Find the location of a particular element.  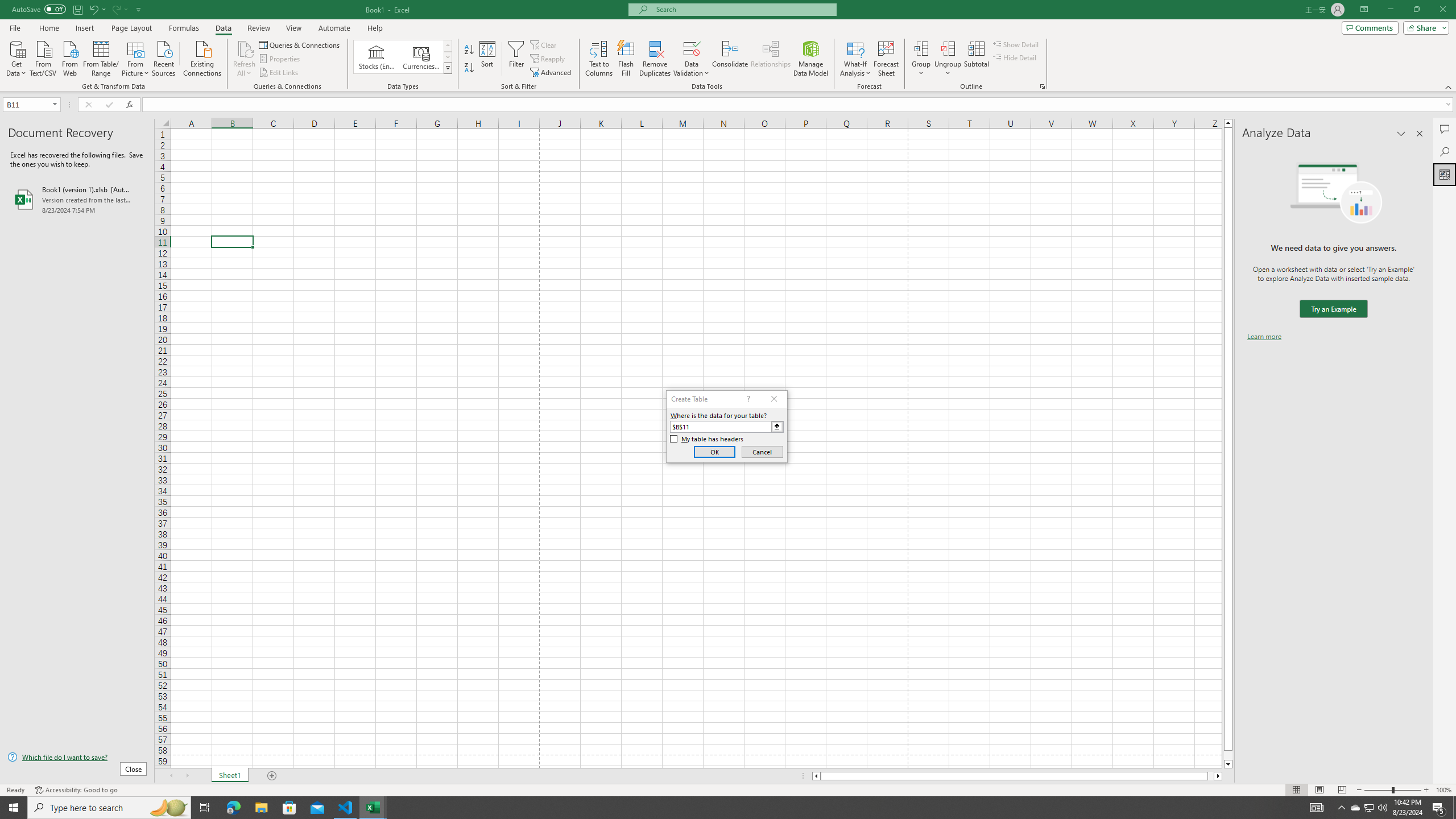

'Data' is located at coordinates (222, 28).